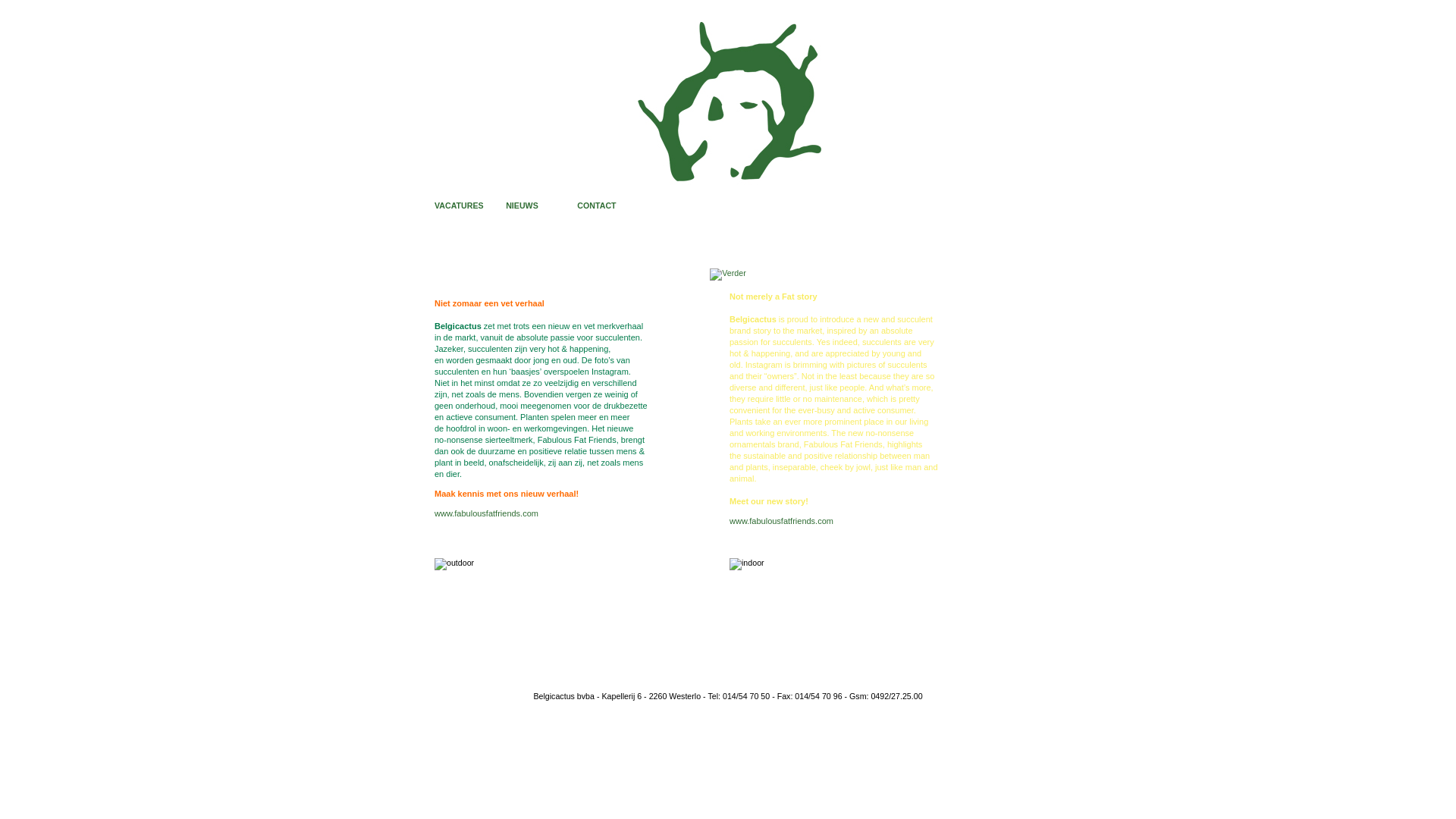 The image size is (1456, 819). What do you see at coordinates (595, 205) in the screenshot?
I see `'CONTACT'` at bounding box center [595, 205].